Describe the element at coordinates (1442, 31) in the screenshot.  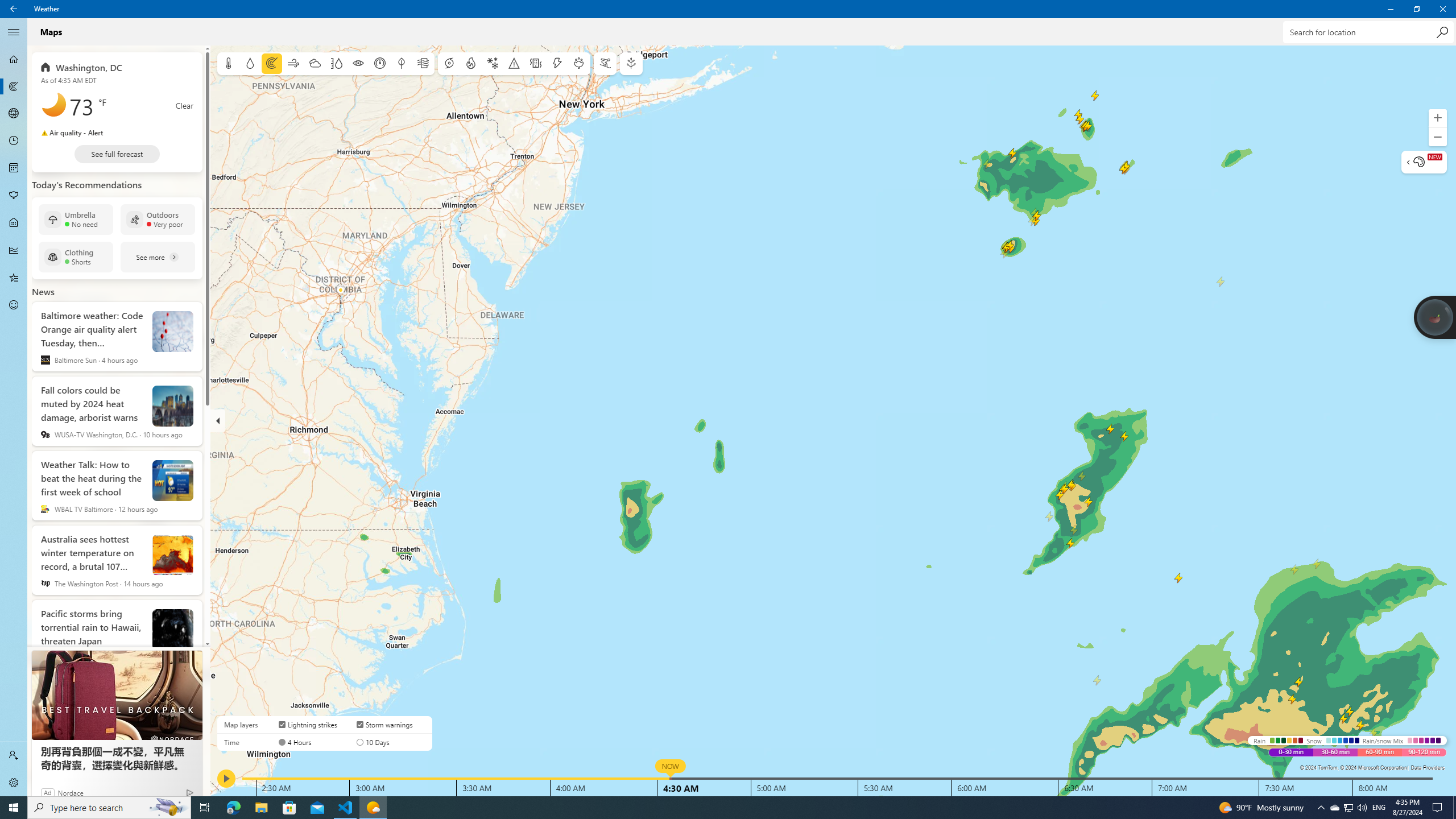
I see `'Search'` at that location.